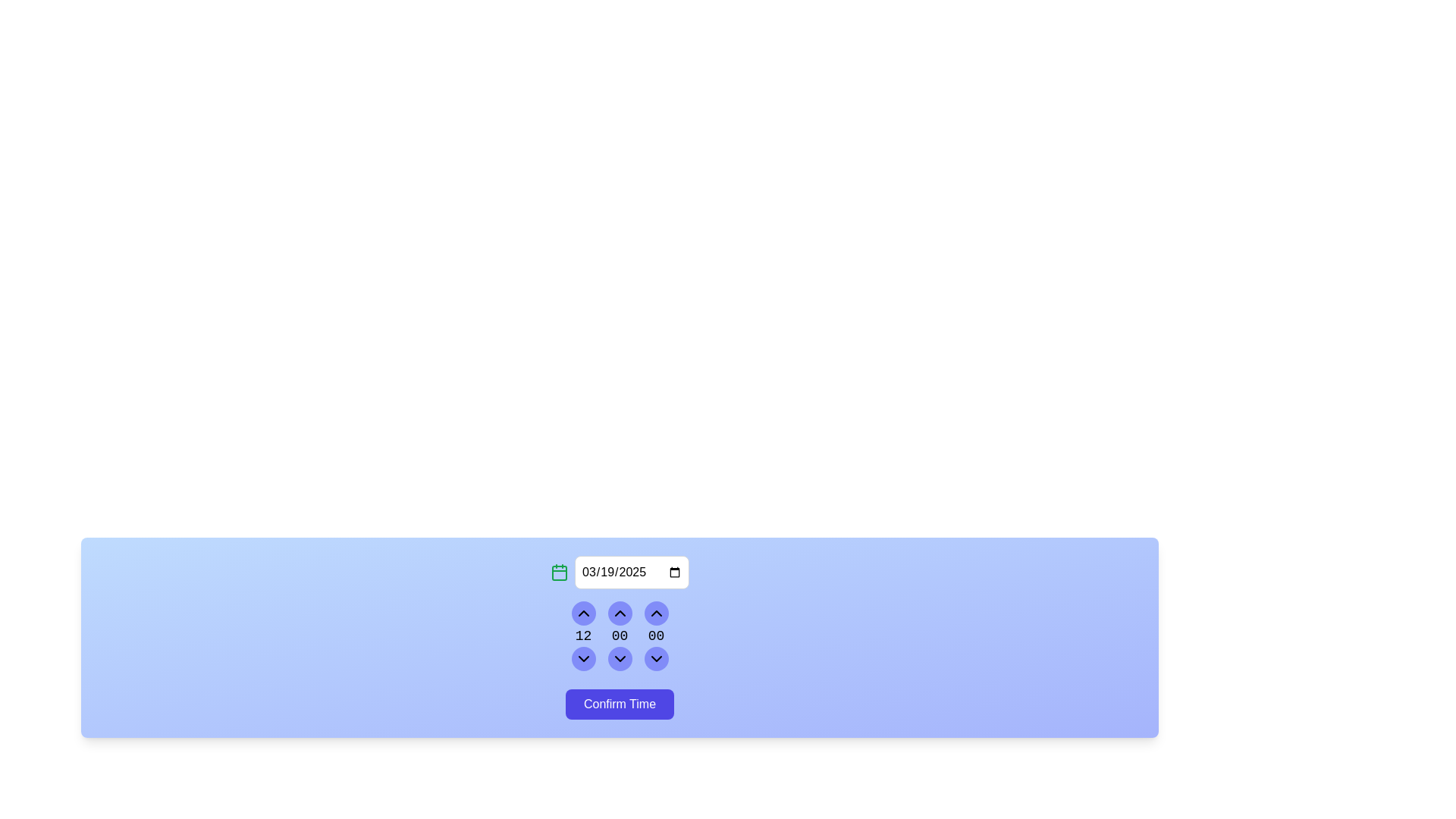  I want to click on the static text display element showing the number '12' within the numeric spinner component, positioned between two button-like elements, so click(582, 636).